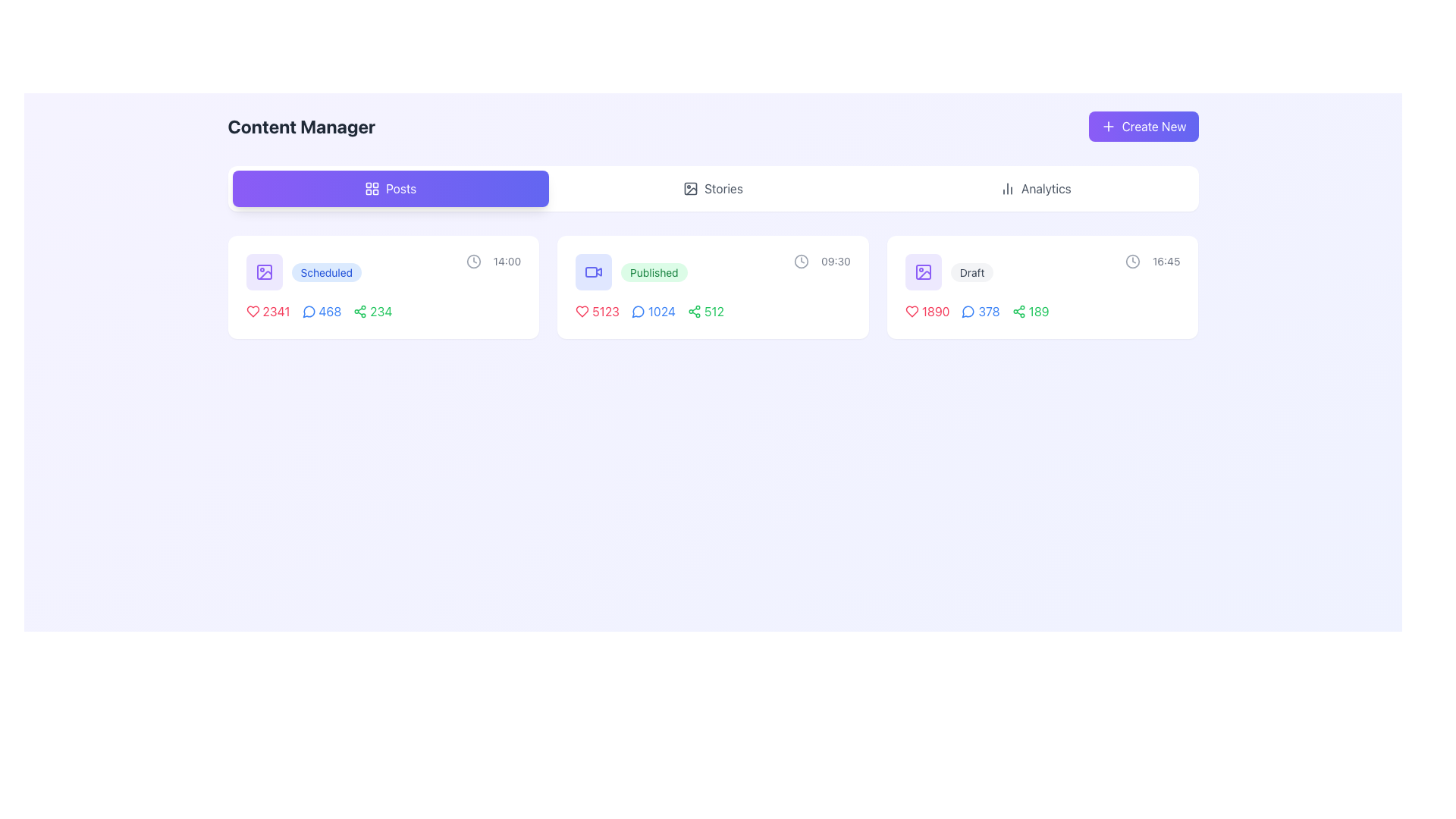 The width and height of the screenshot is (1456, 819). What do you see at coordinates (927, 311) in the screenshot?
I see `the numeric counter displaying '1890' in red, which is adjacent to a heart icon, located in the lower row of the 'Draft' card as the first element in a sequence of three` at bounding box center [927, 311].